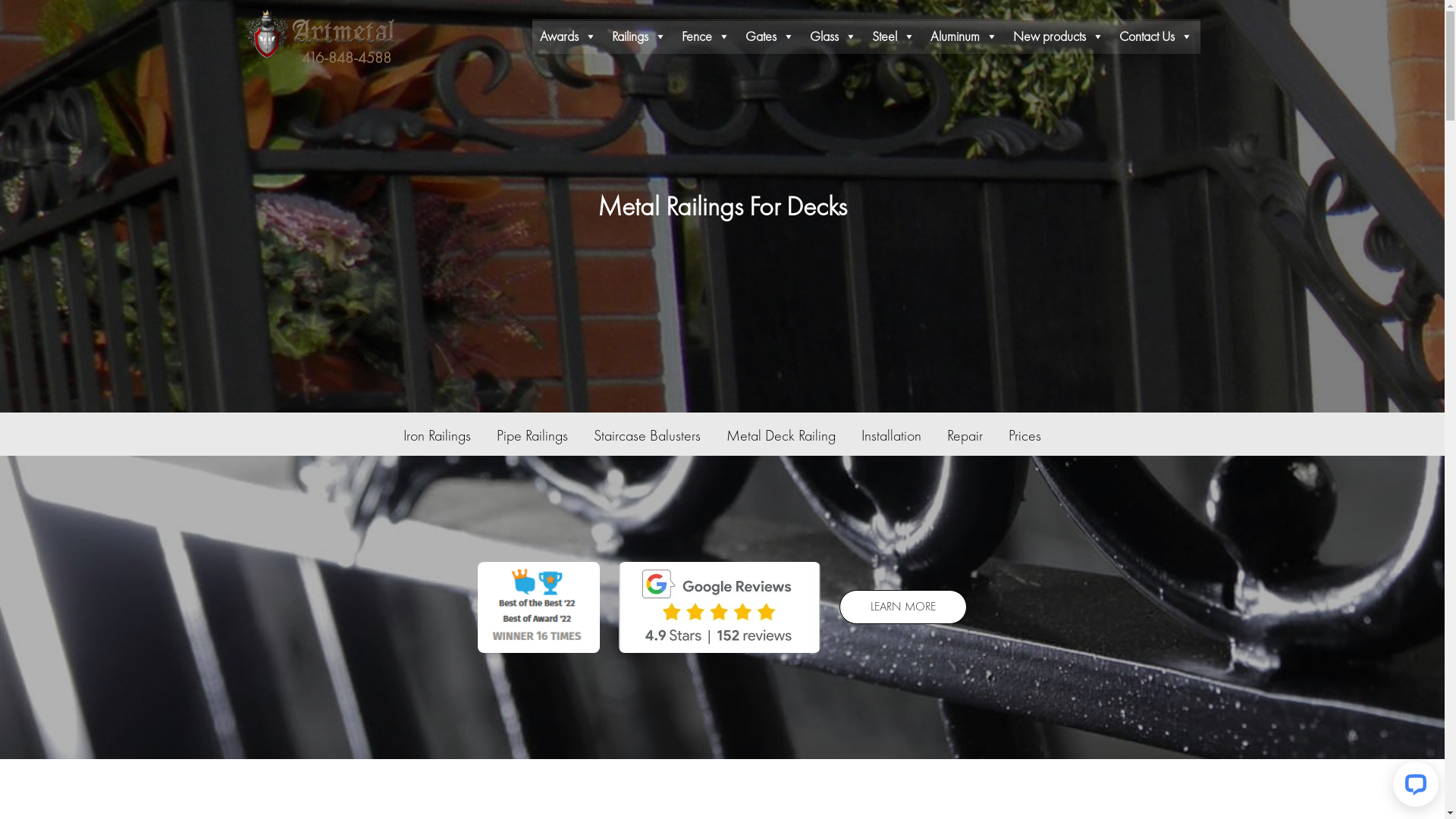  Describe the element at coordinates (1155, 35) in the screenshot. I see `'Contact Us'` at that location.